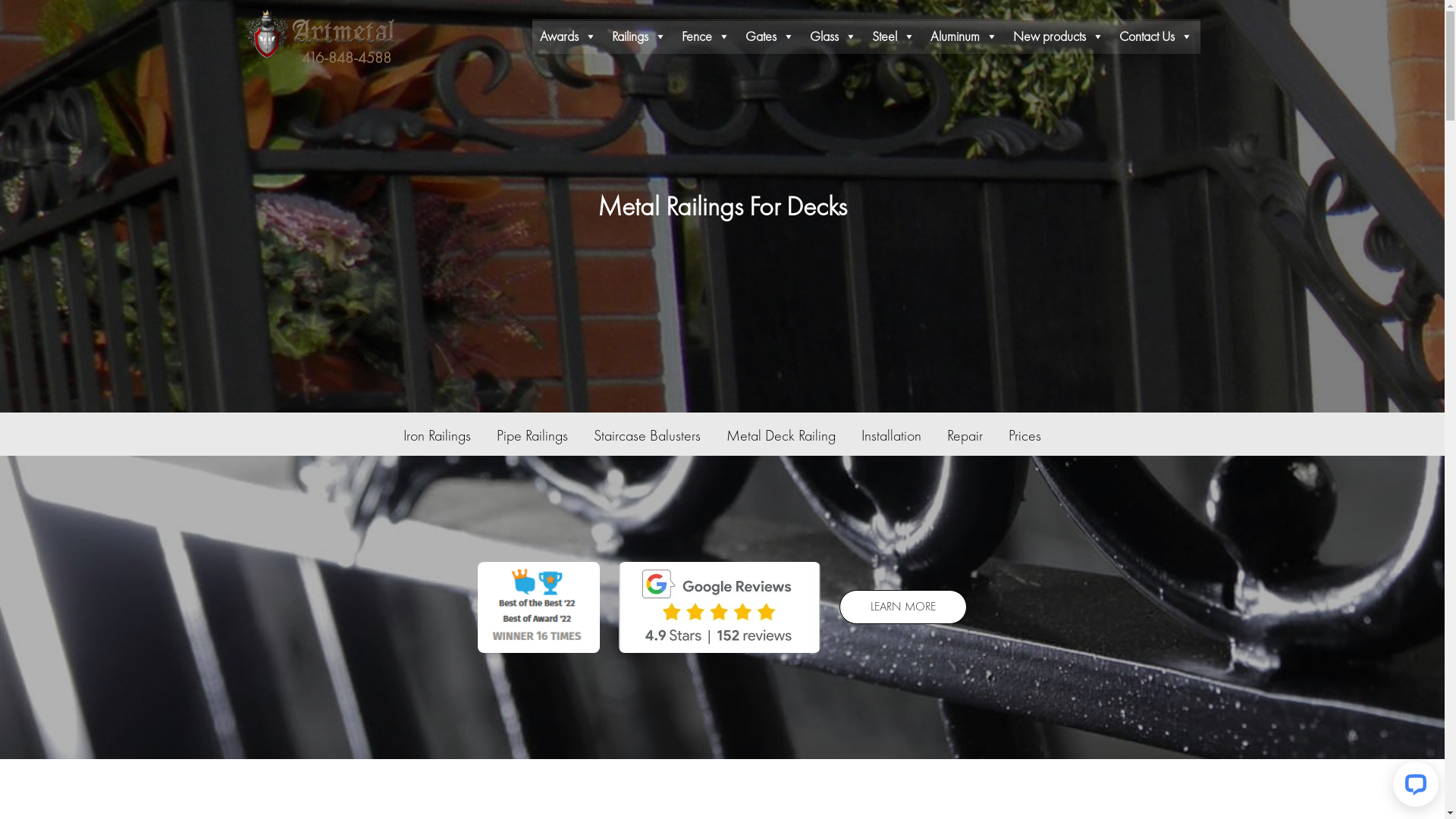  Describe the element at coordinates (1155, 35) in the screenshot. I see `'Contact Us'` at that location.